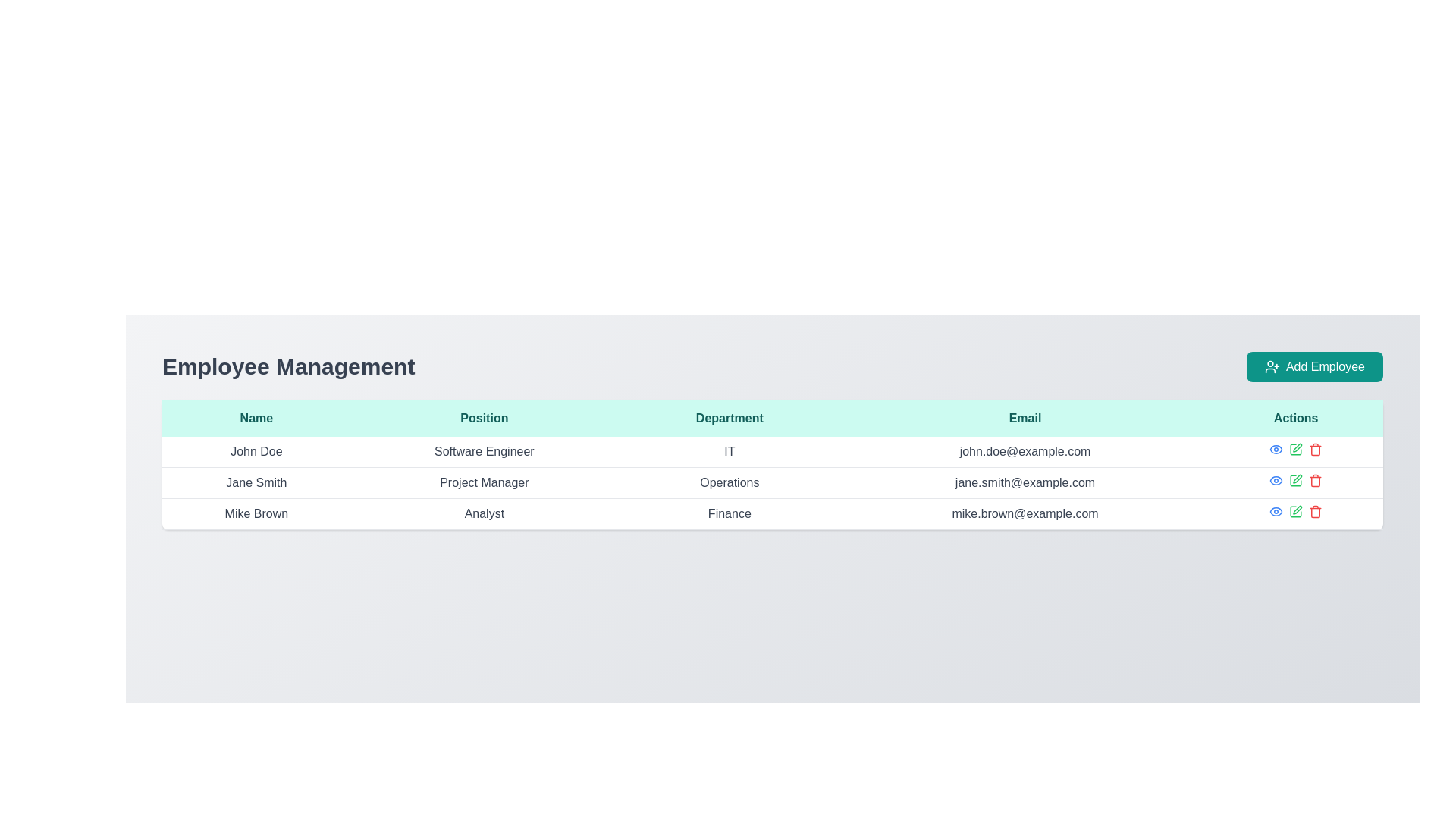 The height and width of the screenshot is (819, 1456). Describe the element at coordinates (1315, 482) in the screenshot. I see `the red trash icon in the 'Actions' column of the Employee Management table` at that location.